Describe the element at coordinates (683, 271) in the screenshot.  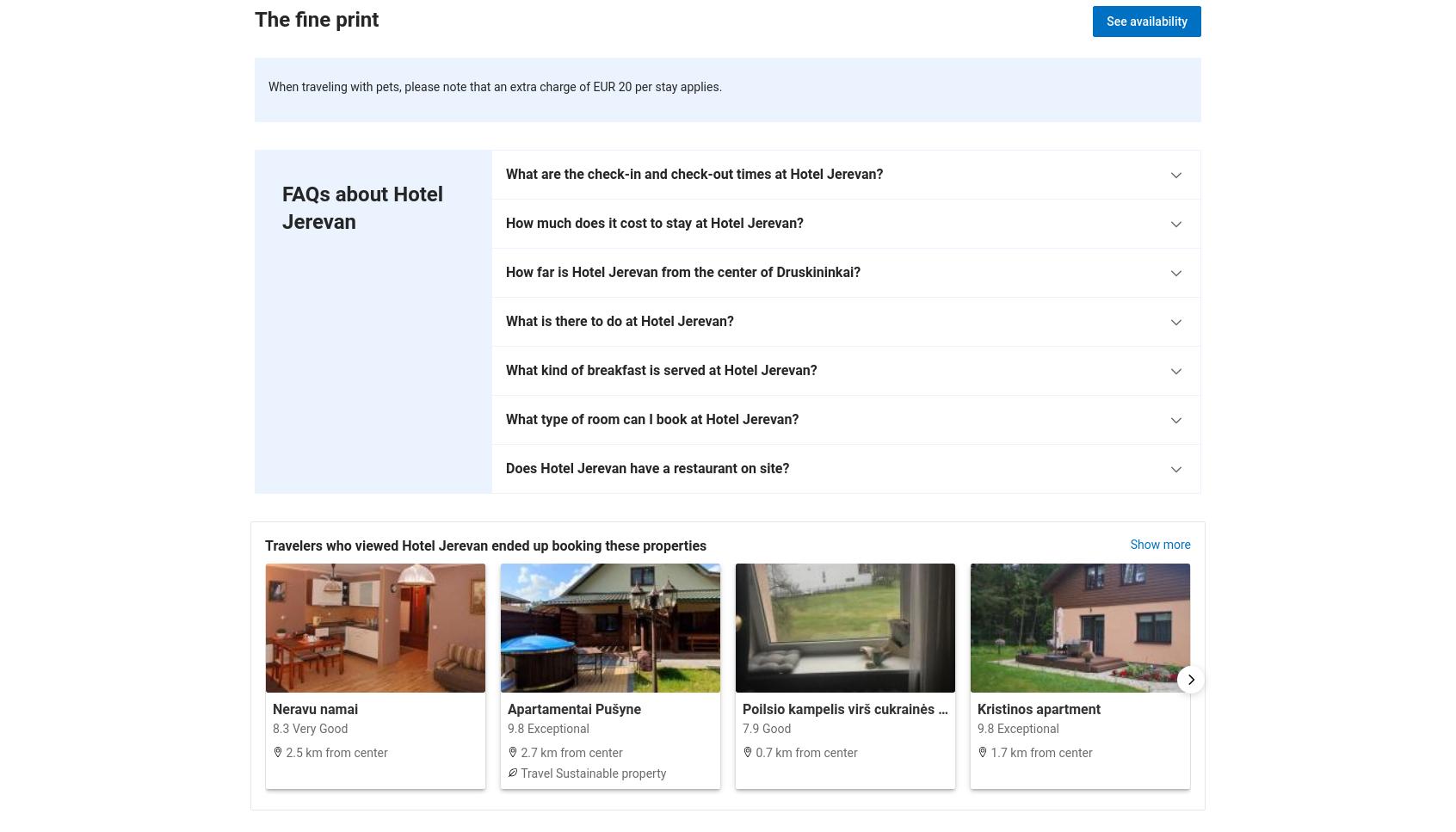
I see `'How far is Hotel Jerevan from the center of Druskininkai?'` at that location.